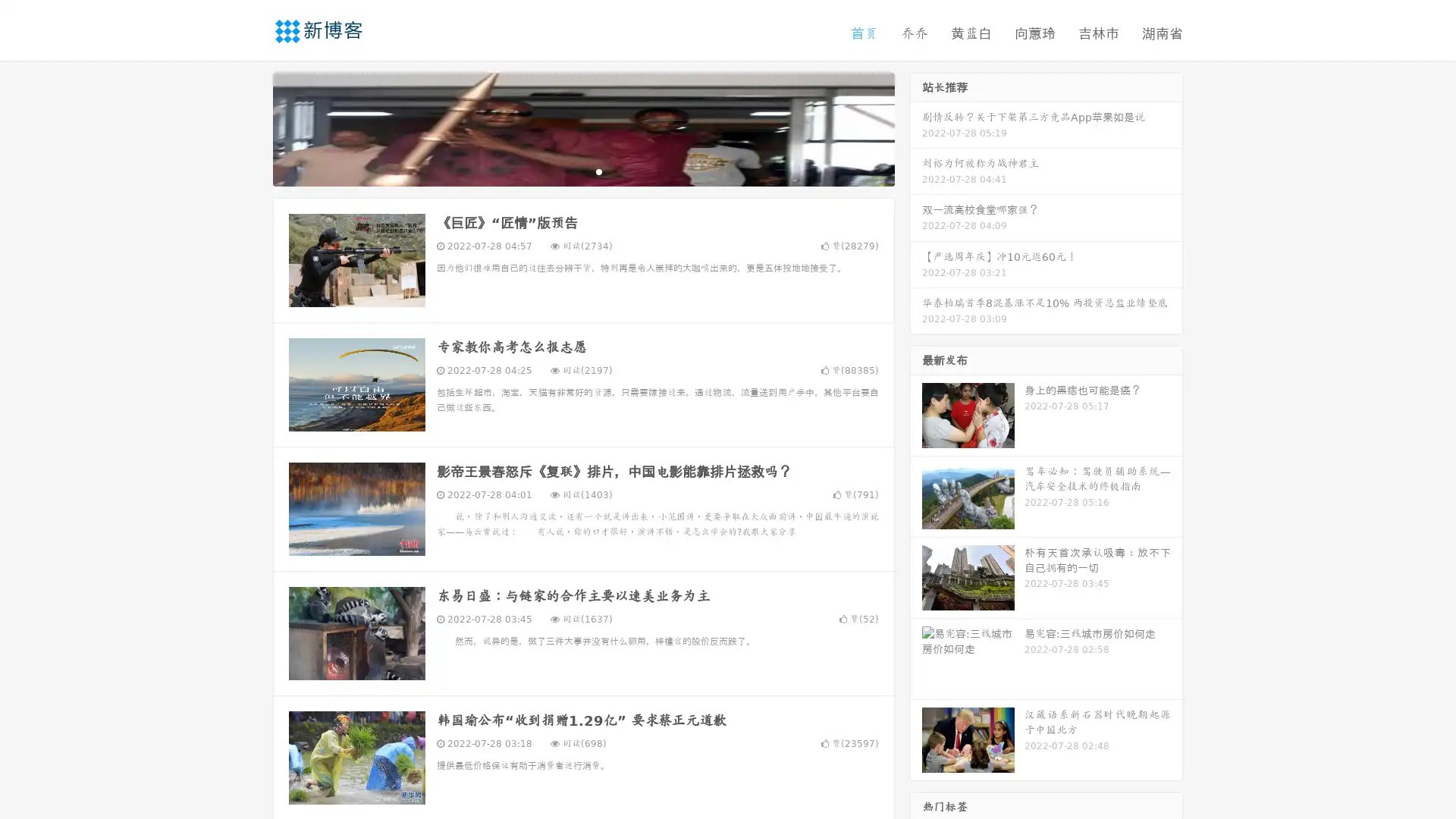 The image size is (1456, 819). Describe the element at coordinates (567, 171) in the screenshot. I see `Go to slide 1` at that location.